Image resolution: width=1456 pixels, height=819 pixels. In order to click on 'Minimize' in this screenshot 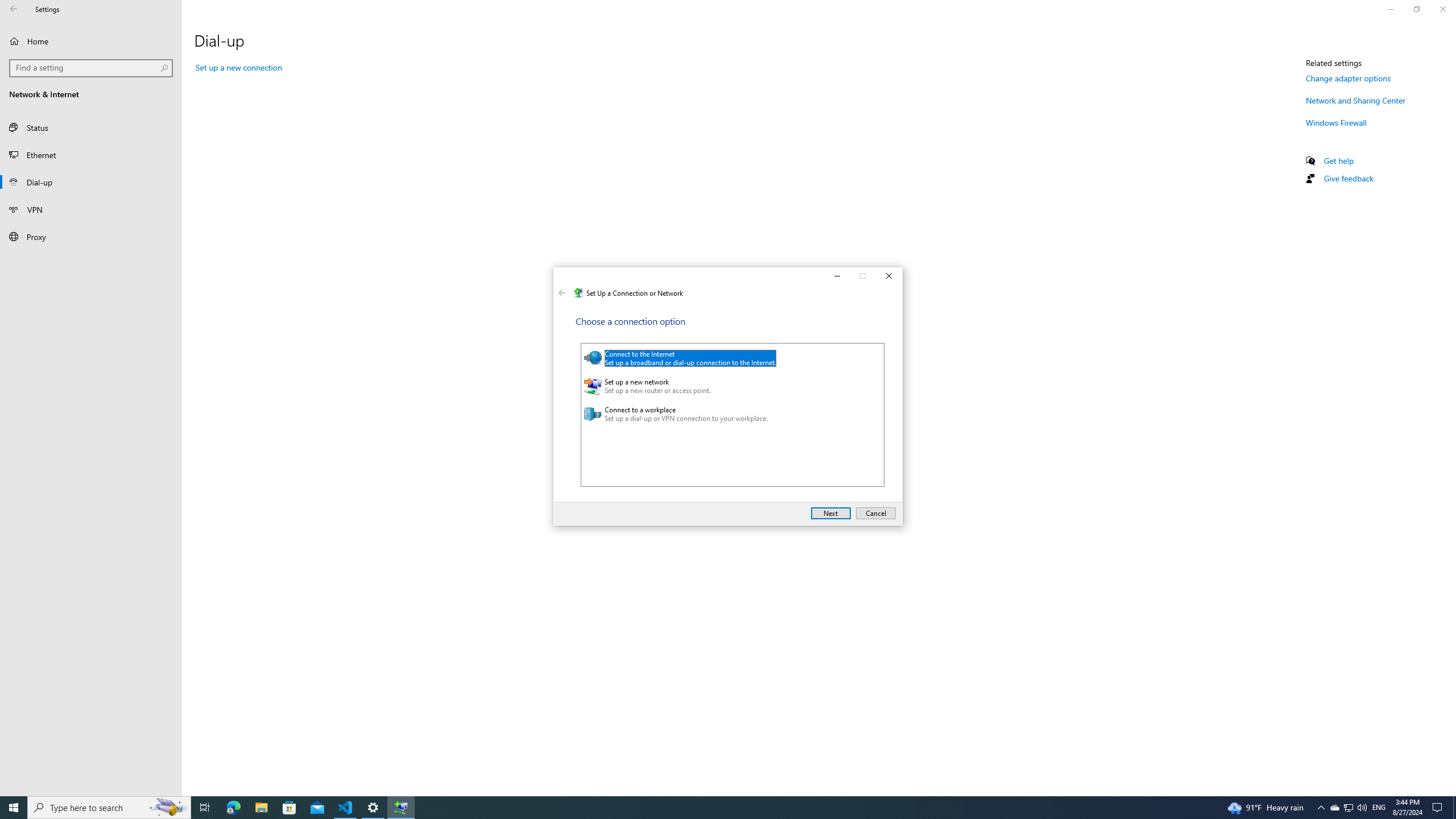, I will do `click(835, 276)`.